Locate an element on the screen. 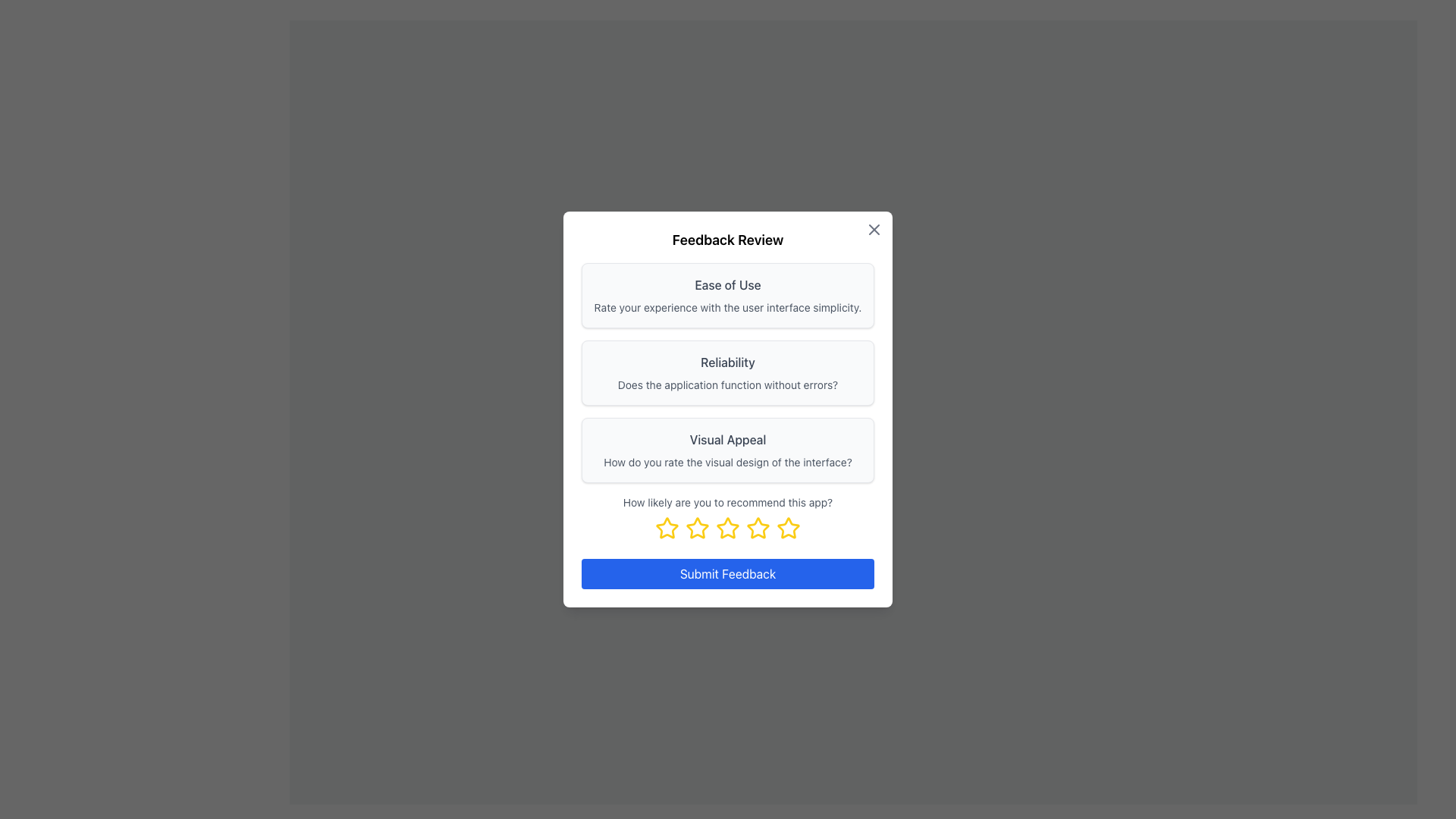  the second star icon in the star-based rating system located at the bottom of the feedback review panel is located at coordinates (697, 528).